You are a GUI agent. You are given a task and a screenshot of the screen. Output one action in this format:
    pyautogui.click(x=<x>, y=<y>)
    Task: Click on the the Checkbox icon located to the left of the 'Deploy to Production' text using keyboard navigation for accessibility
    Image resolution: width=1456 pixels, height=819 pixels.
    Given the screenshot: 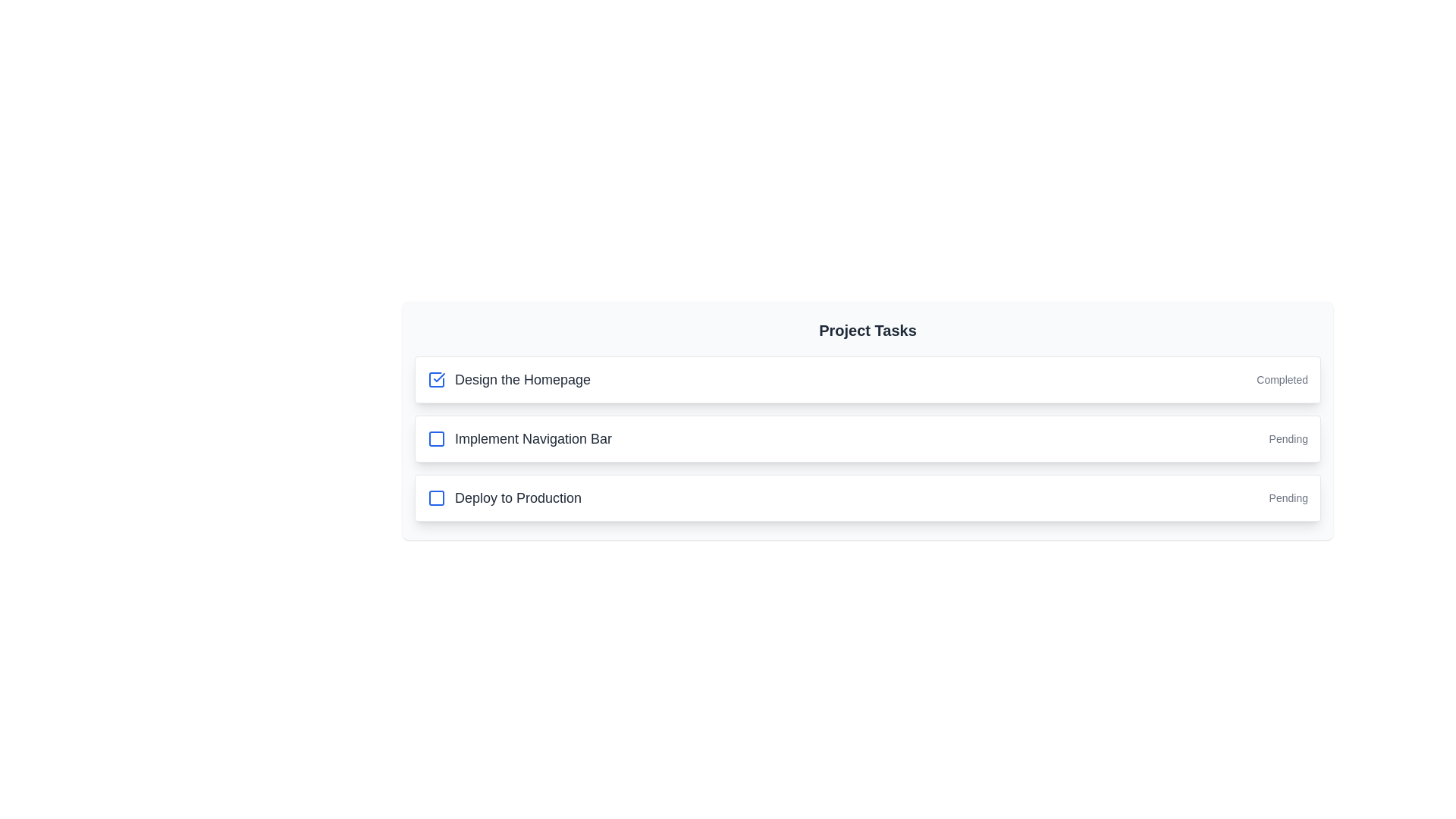 What is the action you would take?
    pyautogui.click(x=436, y=497)
    